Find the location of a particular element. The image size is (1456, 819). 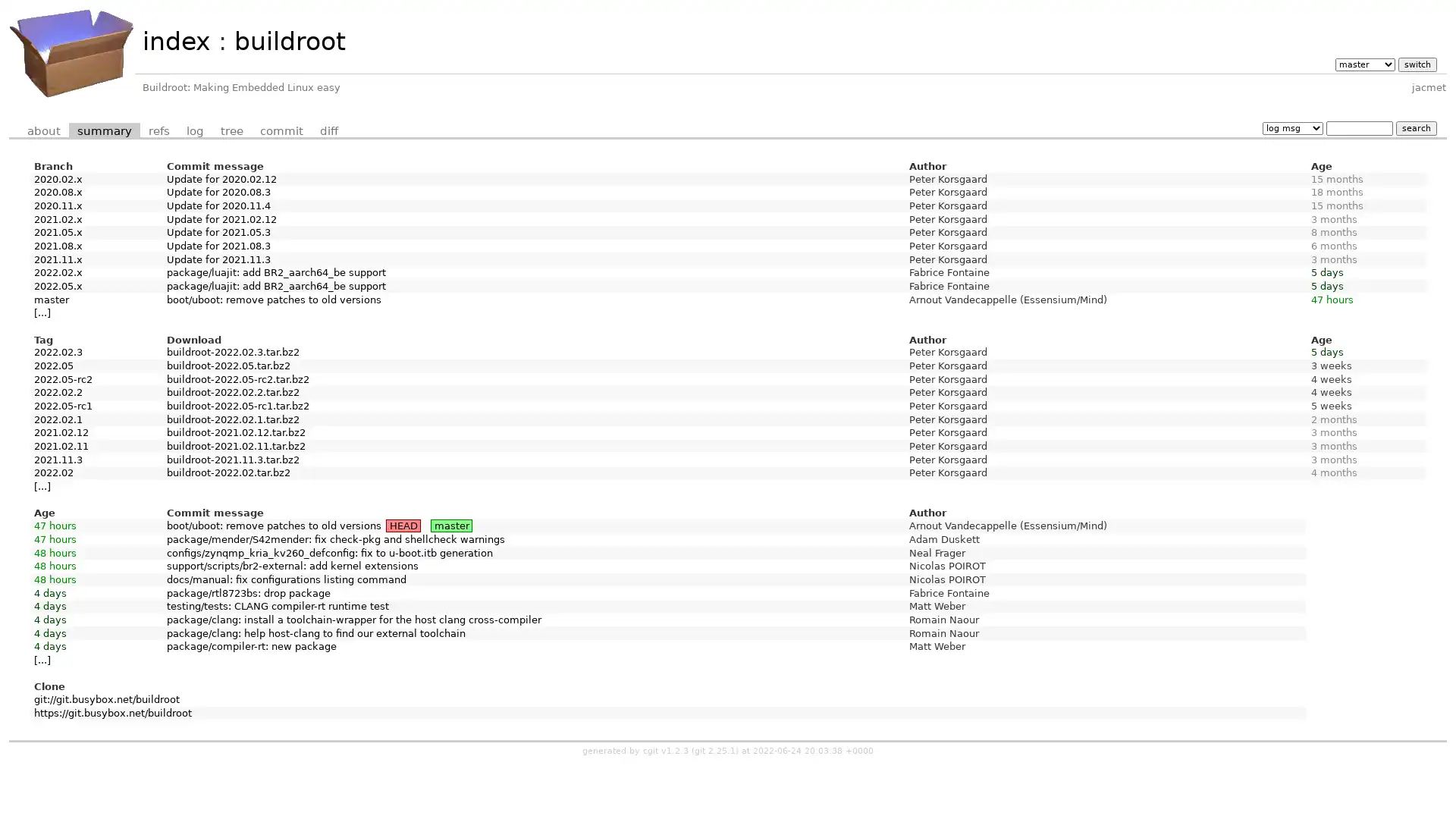

switch is located at coordinates (1416, 63).